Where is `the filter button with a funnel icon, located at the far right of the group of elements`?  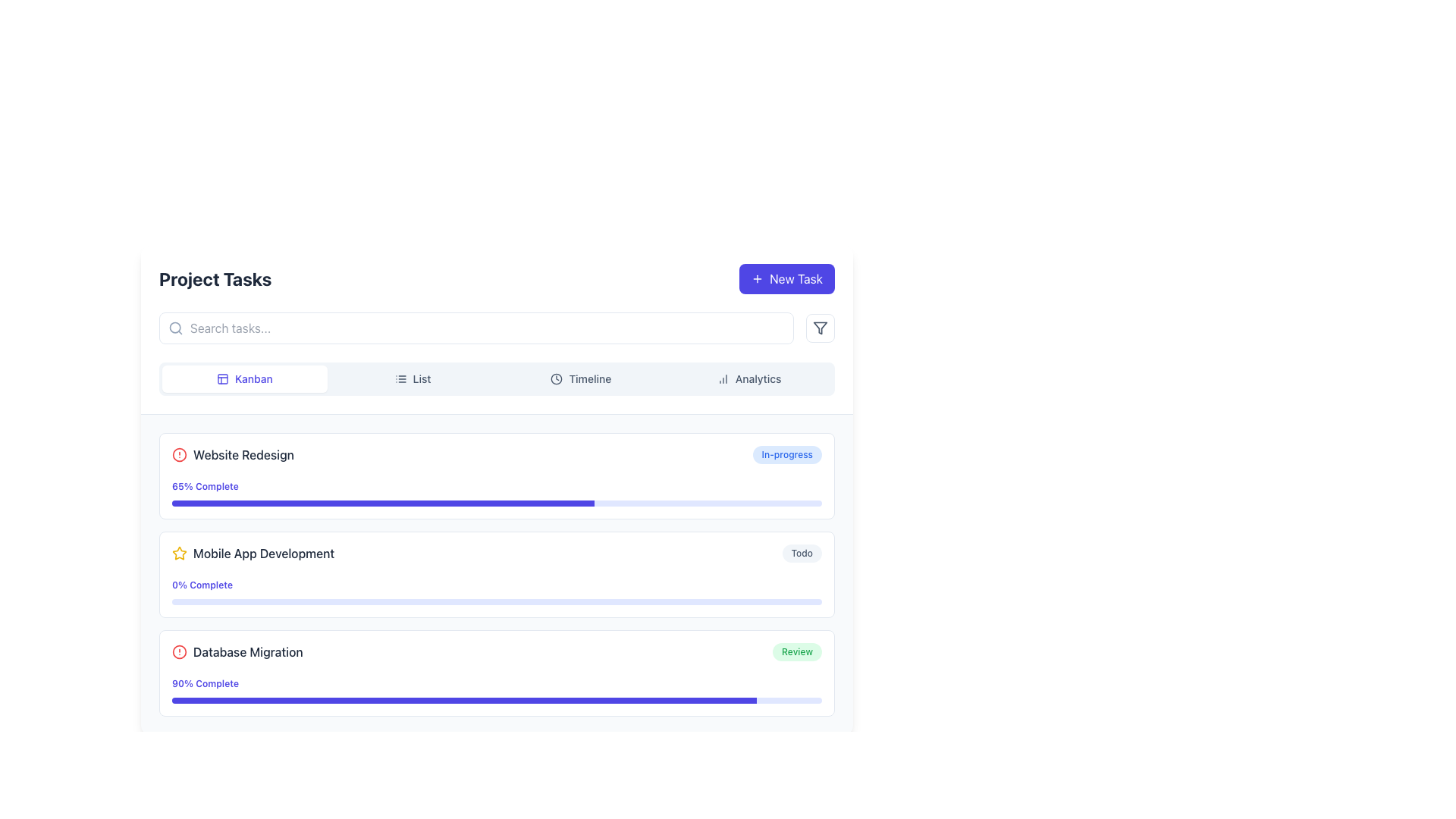
the filter button with a funnel icon, located at the far right of the group of elements is located at coordinates (819, 327).